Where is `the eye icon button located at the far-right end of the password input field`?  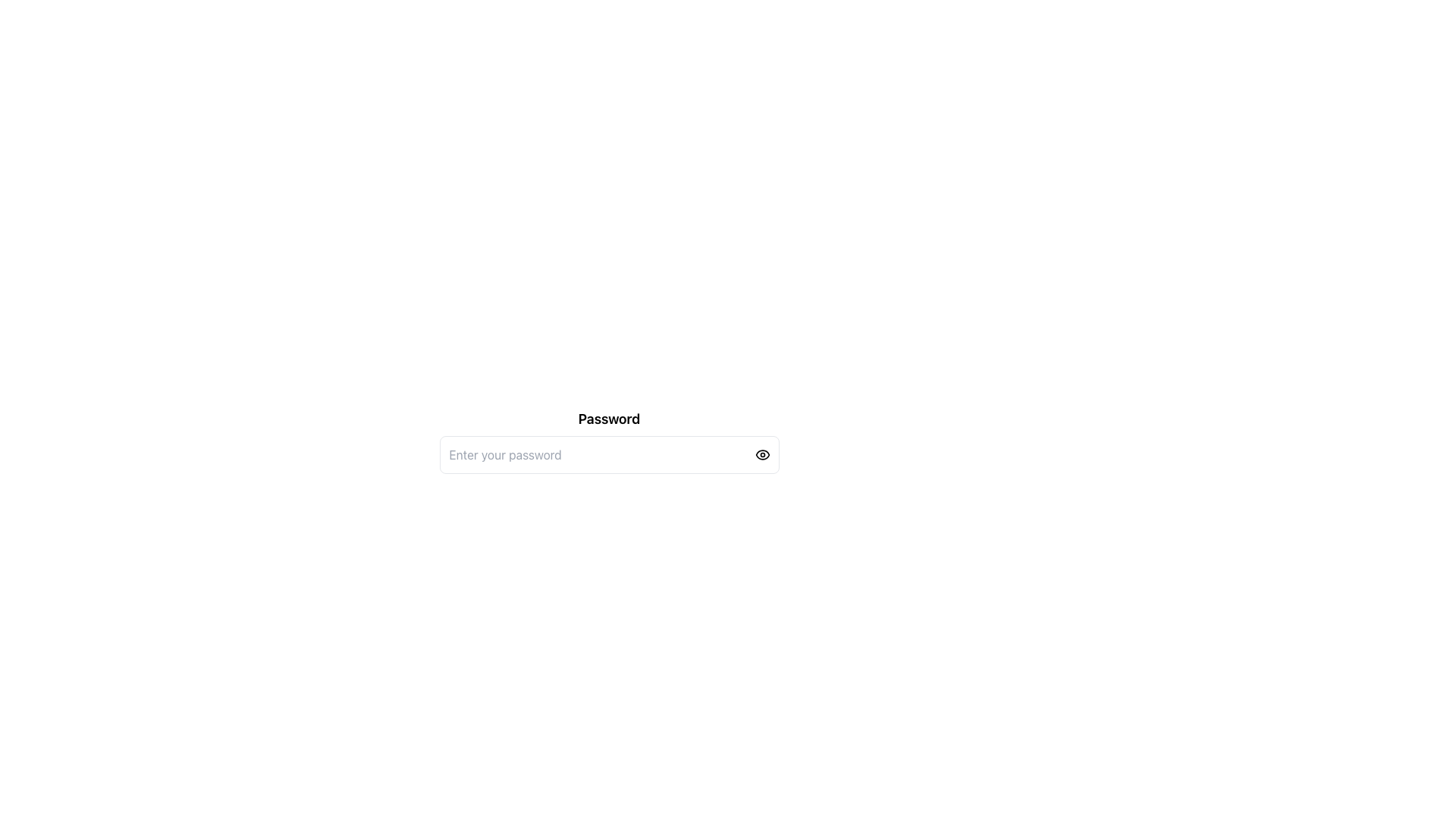 the eye icon button located at the far-right end of the password input field is located at coordinates (762, 454).